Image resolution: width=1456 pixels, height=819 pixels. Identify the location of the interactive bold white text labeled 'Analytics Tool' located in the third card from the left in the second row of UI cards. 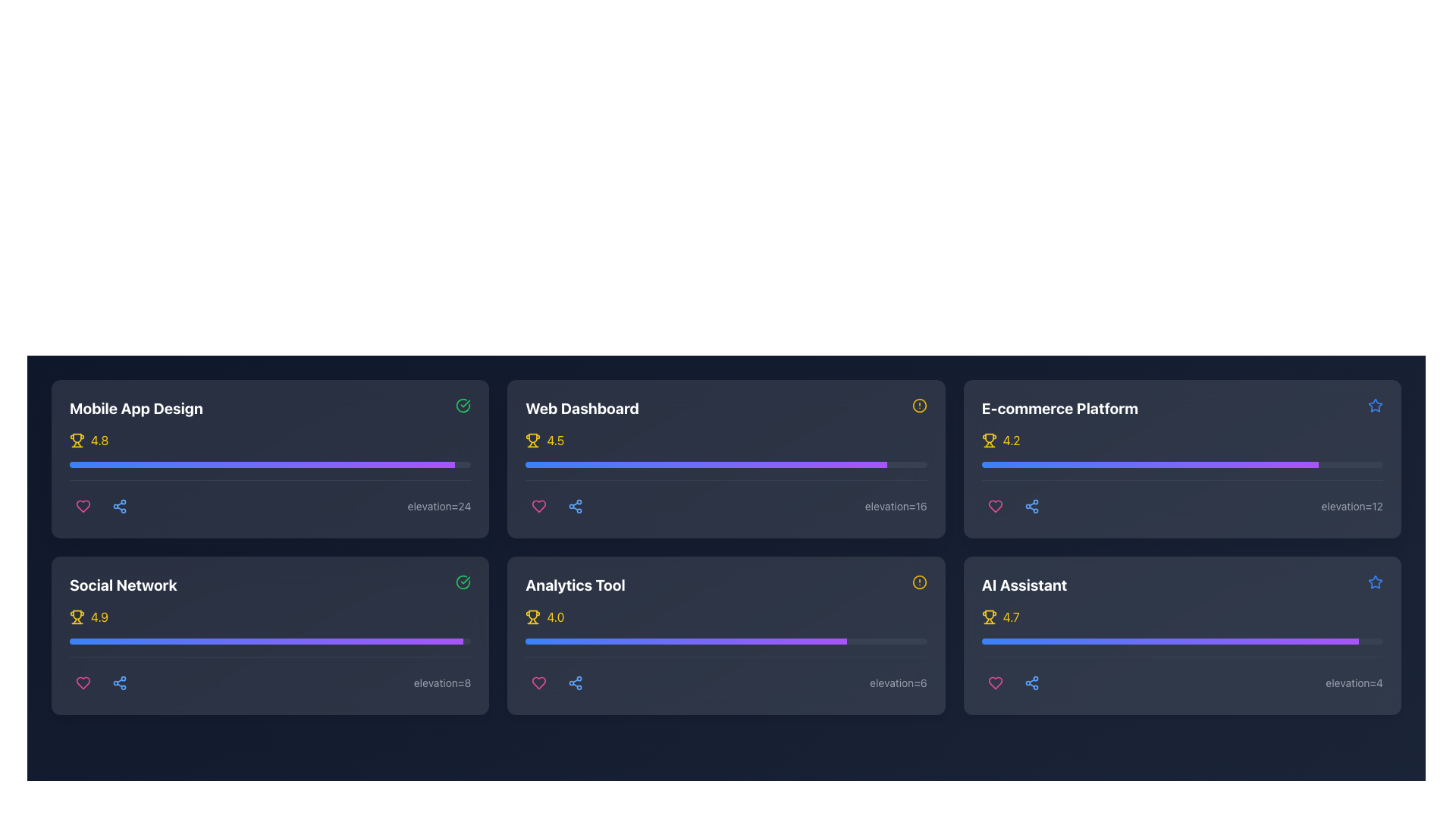
(574, 584).